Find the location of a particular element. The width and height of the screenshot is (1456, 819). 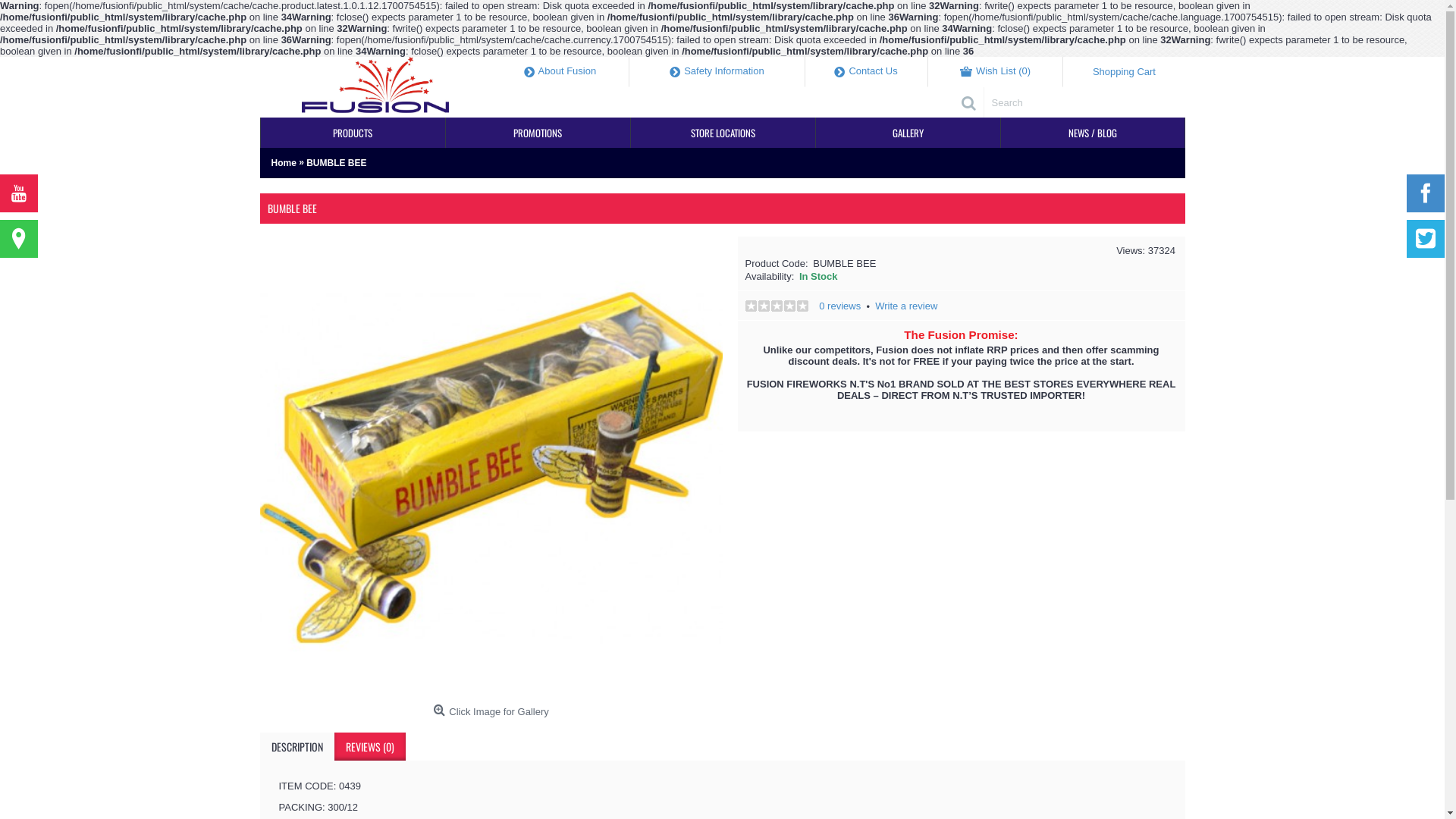

'Wish List (0)' is located at coordinates (996, 72).